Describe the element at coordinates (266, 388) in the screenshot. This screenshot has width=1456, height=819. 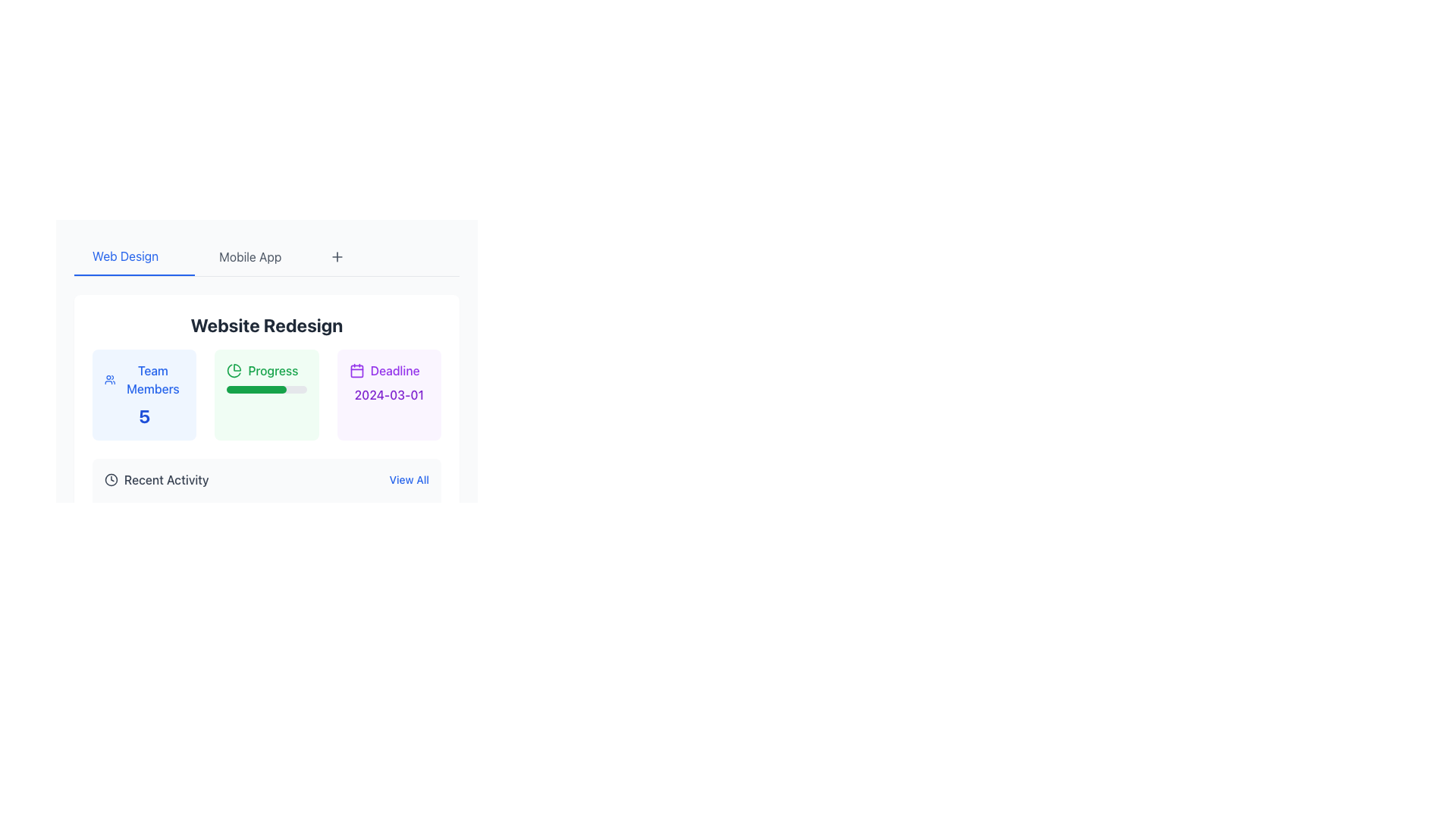
I see `the interactive progress bar, which has a gray background and a green bar indicating 75% progress, located within the 'Progress' card centered in the second row of the interface` at that location.